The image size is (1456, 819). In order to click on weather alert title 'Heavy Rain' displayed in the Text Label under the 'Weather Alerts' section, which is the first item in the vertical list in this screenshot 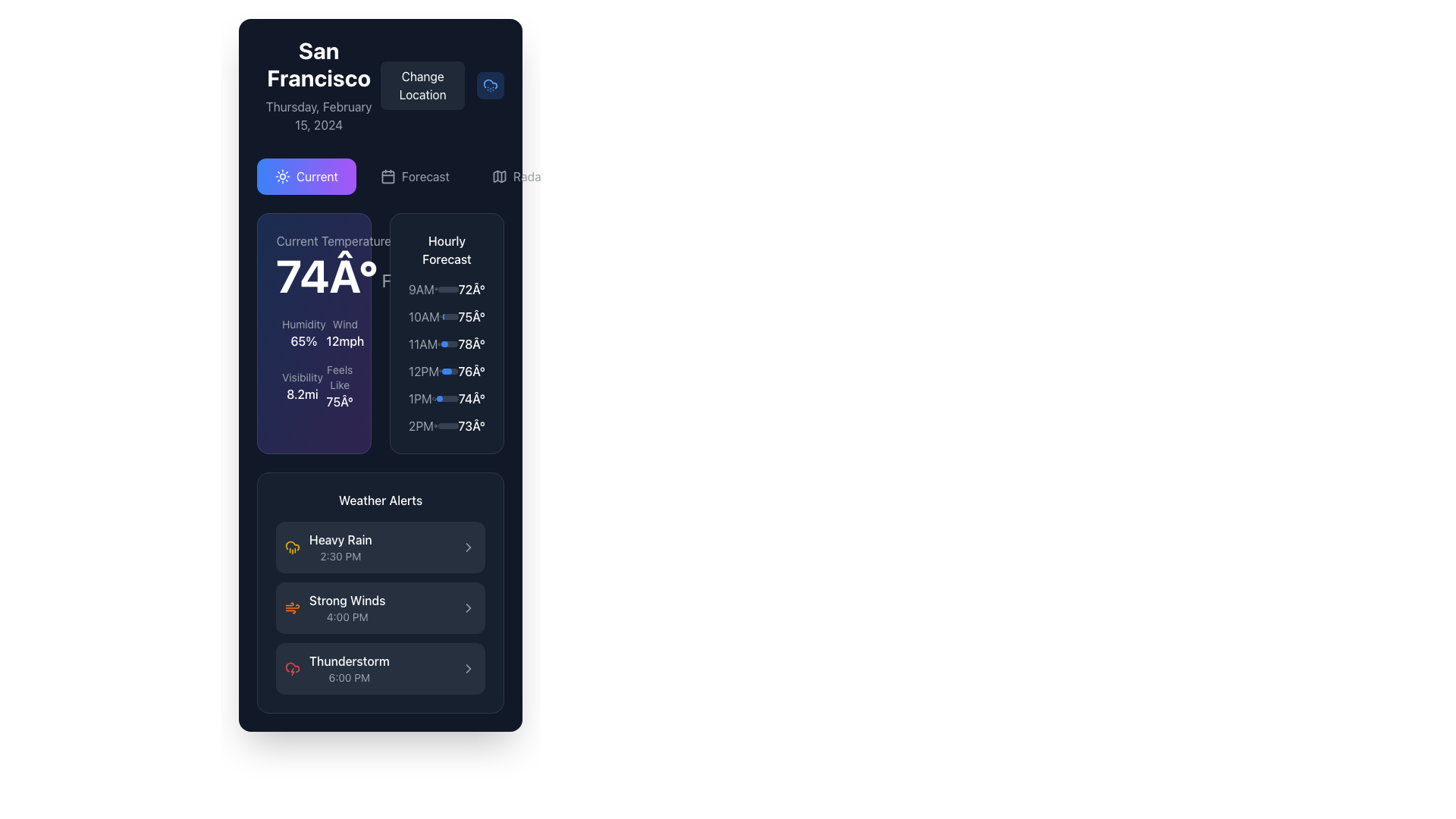, I will do `click(340, 539)`.